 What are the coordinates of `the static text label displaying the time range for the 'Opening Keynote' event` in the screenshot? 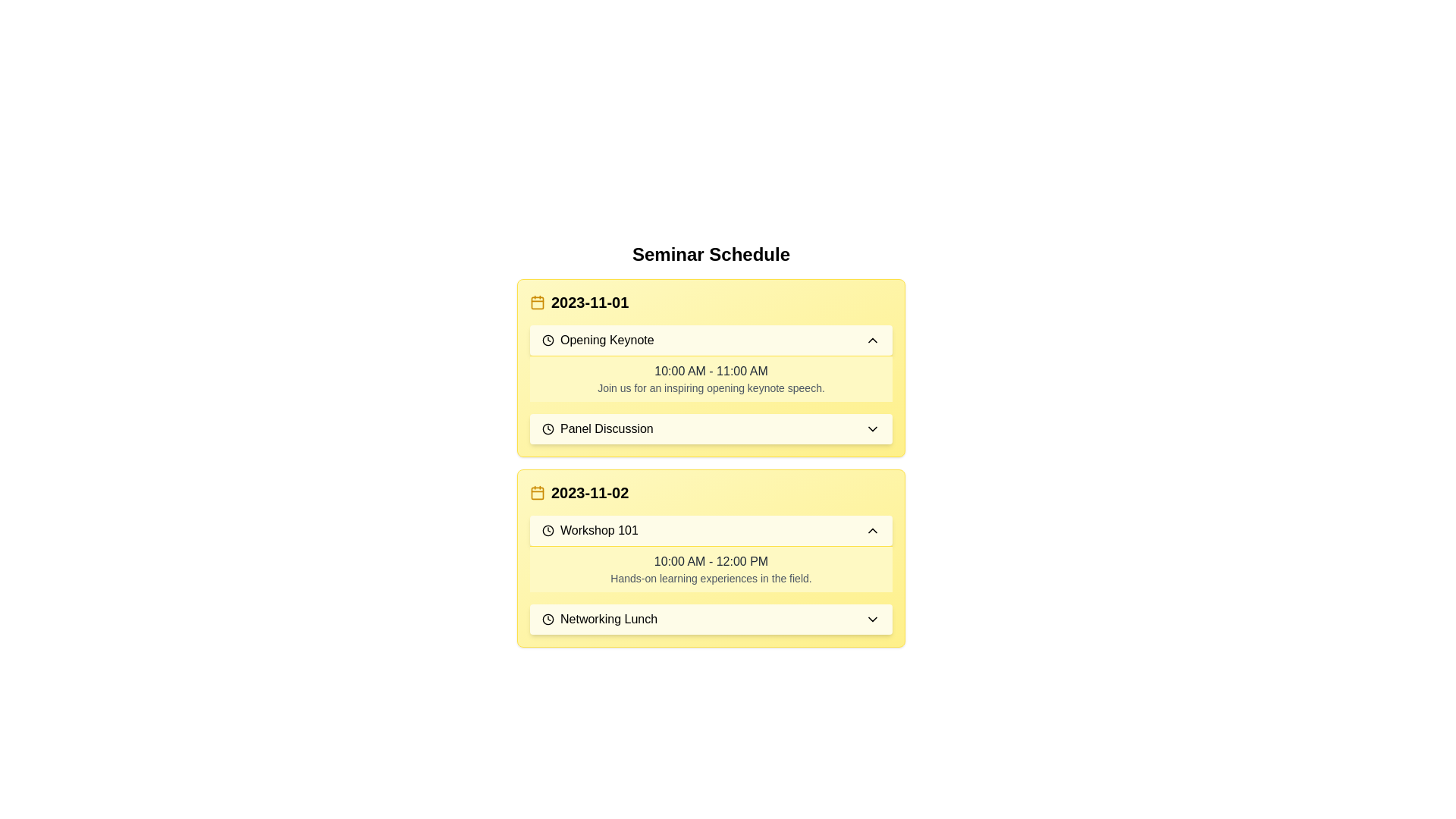 It's located at (710, 371).